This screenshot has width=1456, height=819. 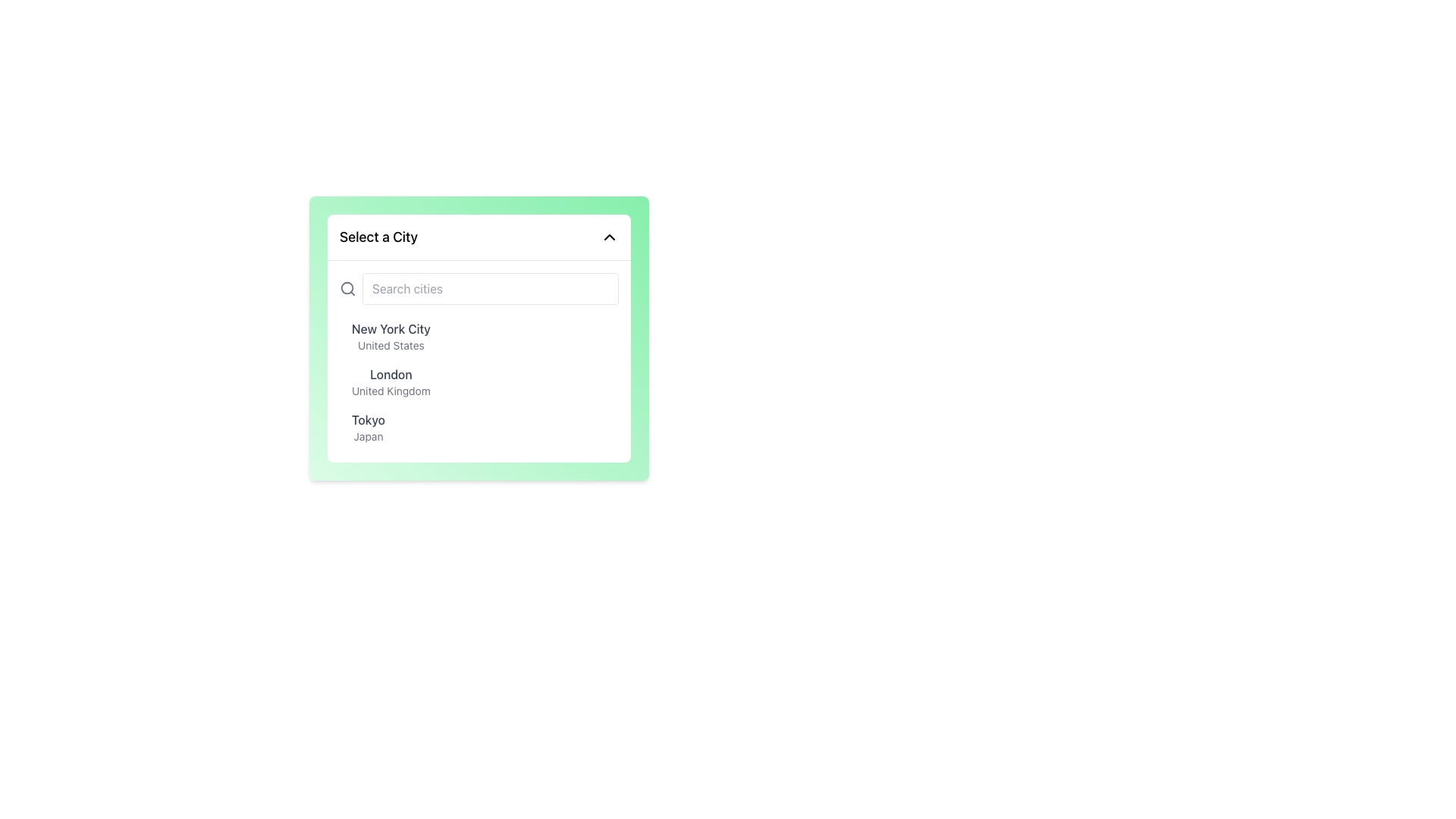 I want to click on the text label 'London' in the dropdown menu, so click(x=391, y=374).